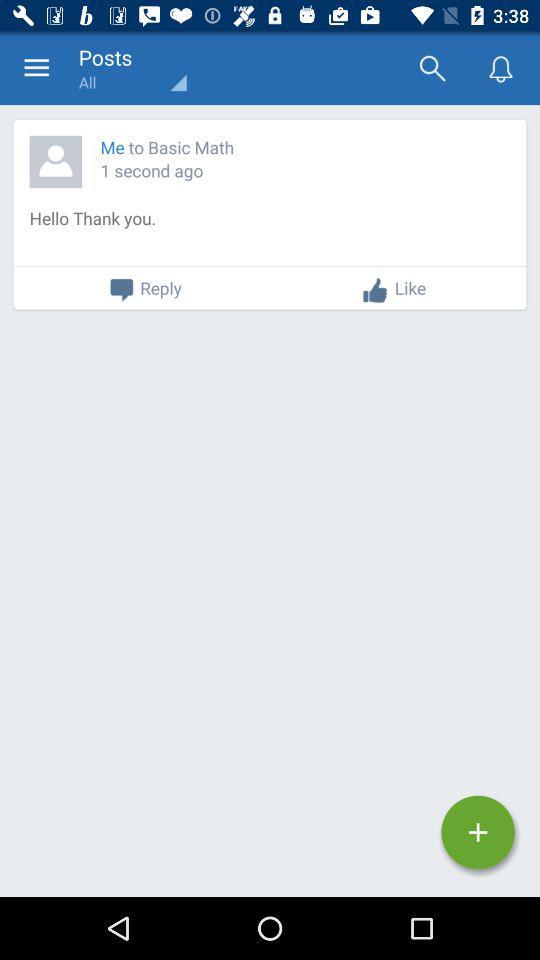  I want to click on the add icon, so click(477, 832).